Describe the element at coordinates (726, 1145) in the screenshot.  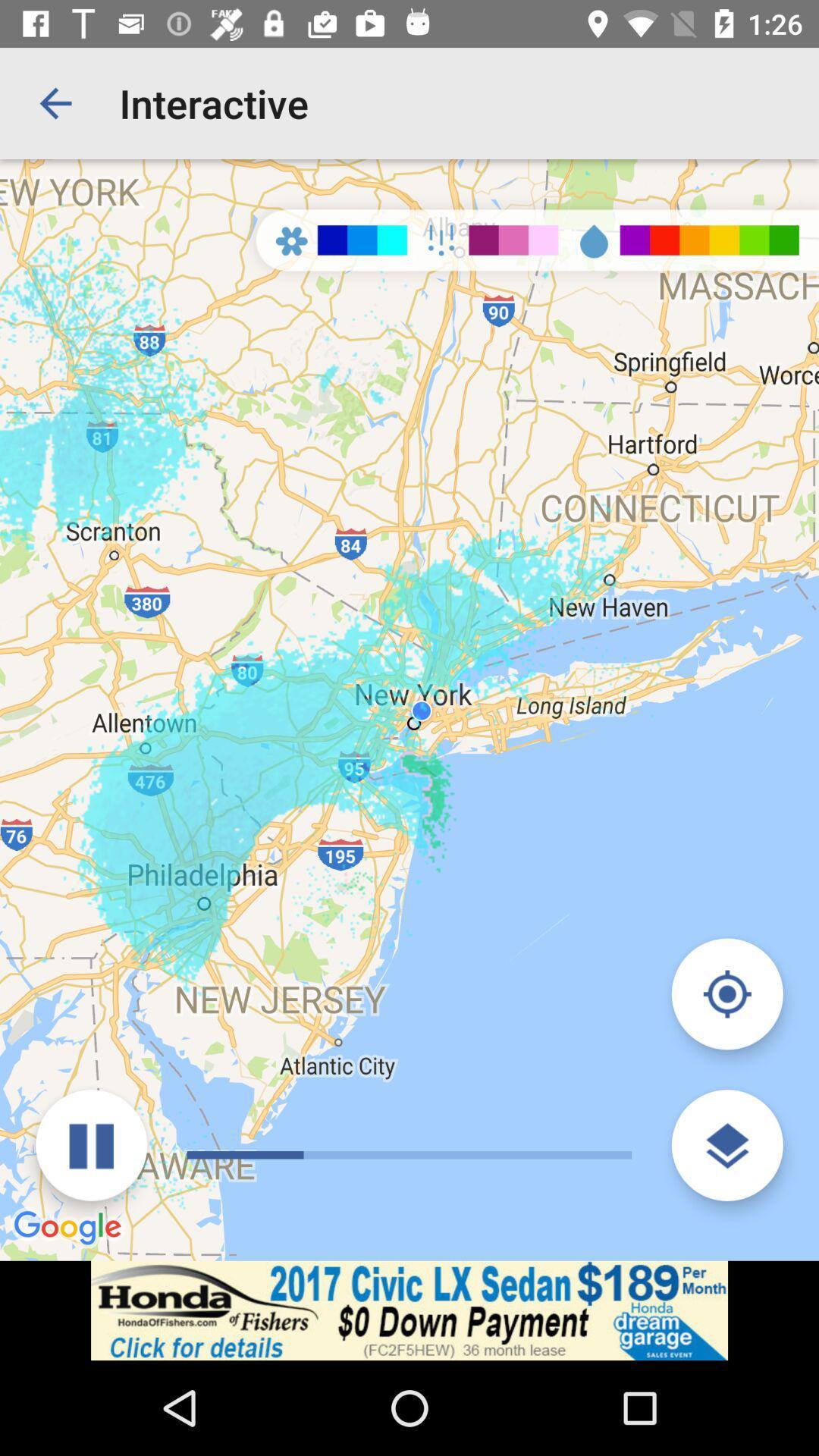
I see `show map layers` at that location.